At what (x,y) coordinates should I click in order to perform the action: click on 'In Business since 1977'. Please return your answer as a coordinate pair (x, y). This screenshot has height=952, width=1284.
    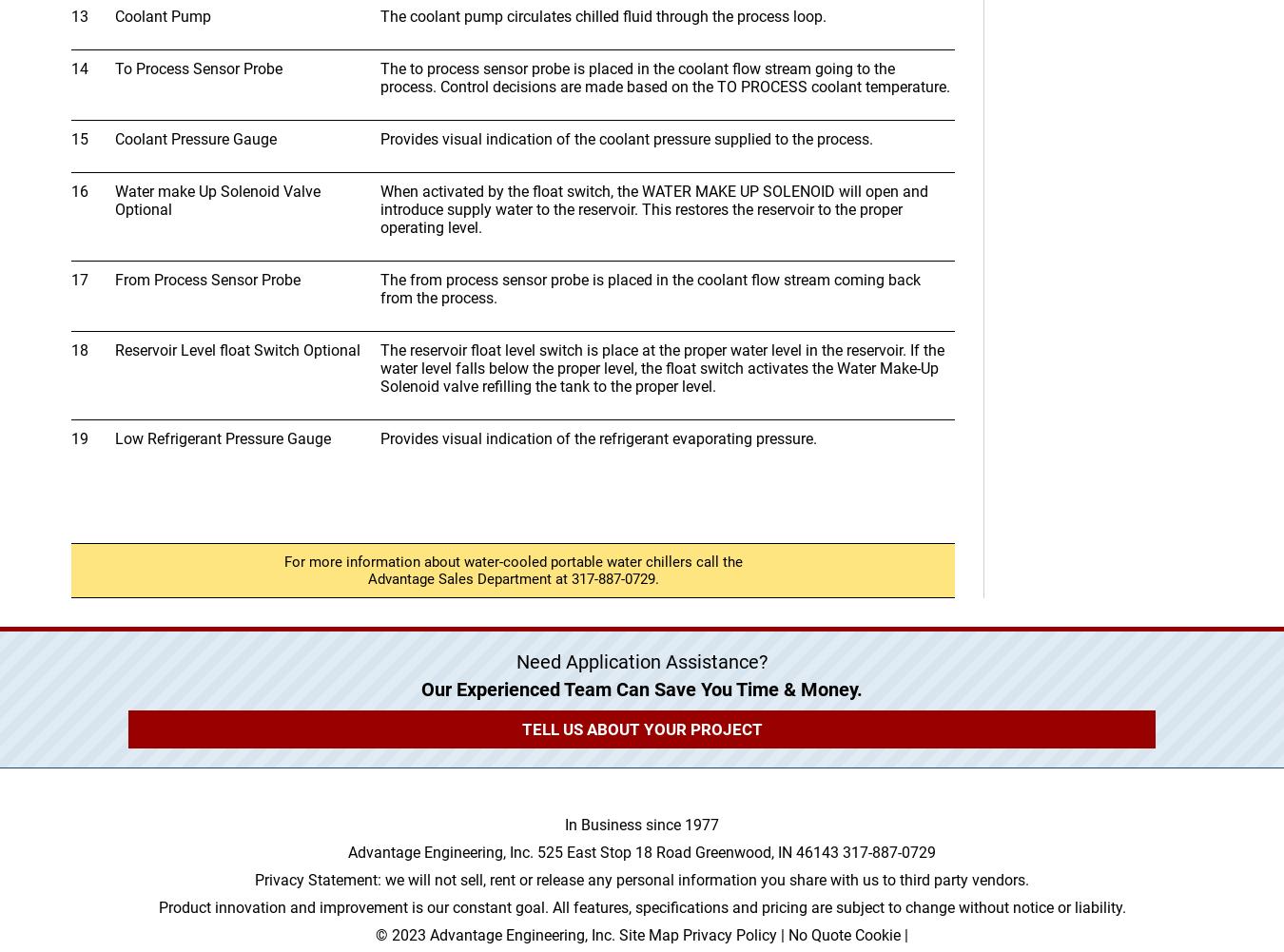
    Looking at the image, I should click on (642, 825).